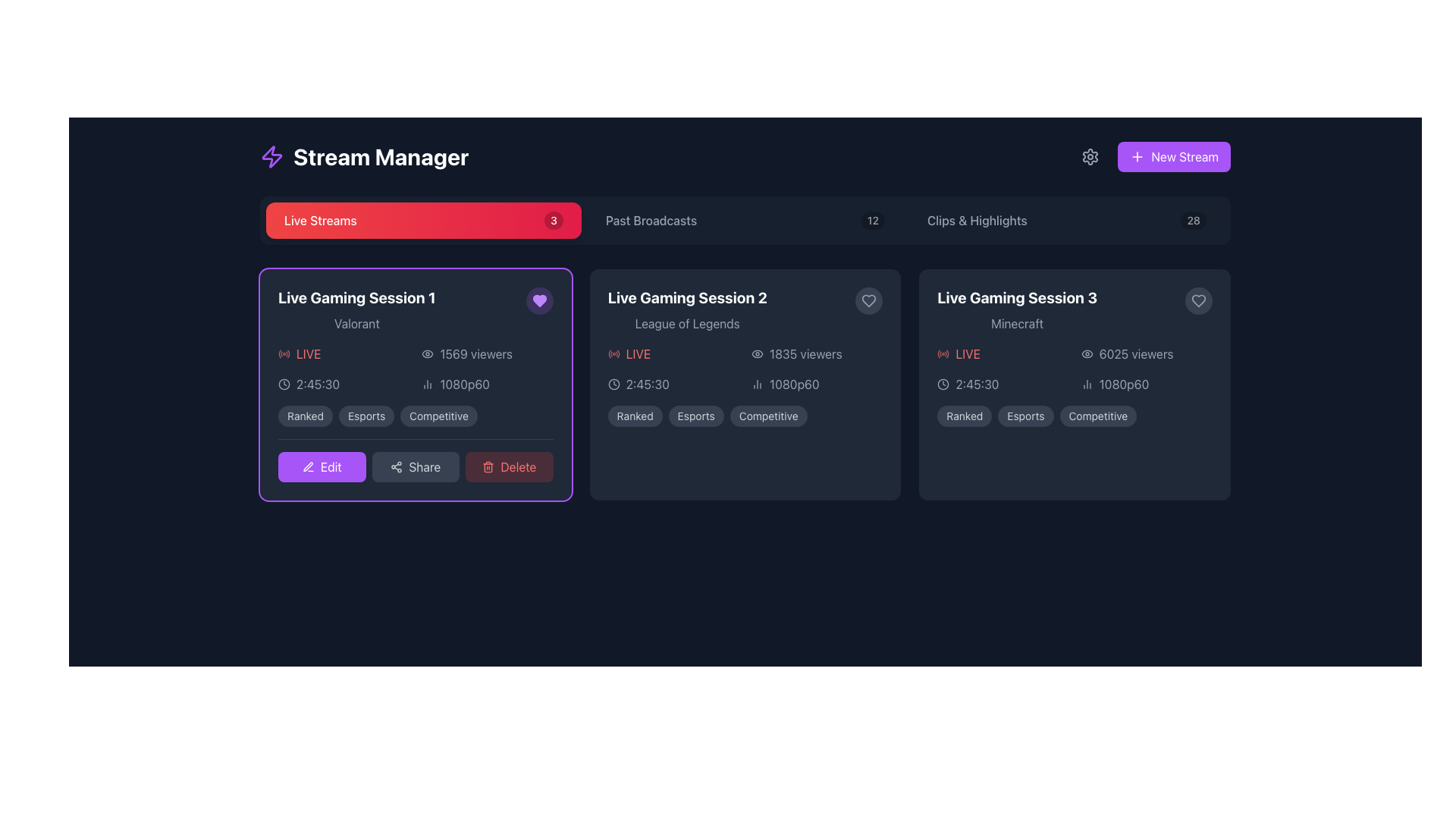 The image size is (1456, 819). Describe the element at coordinates (284, 383) in the screenshot. I see `the center circle of the clock icon, which serves as the visual representation of the clock's face` at that location.